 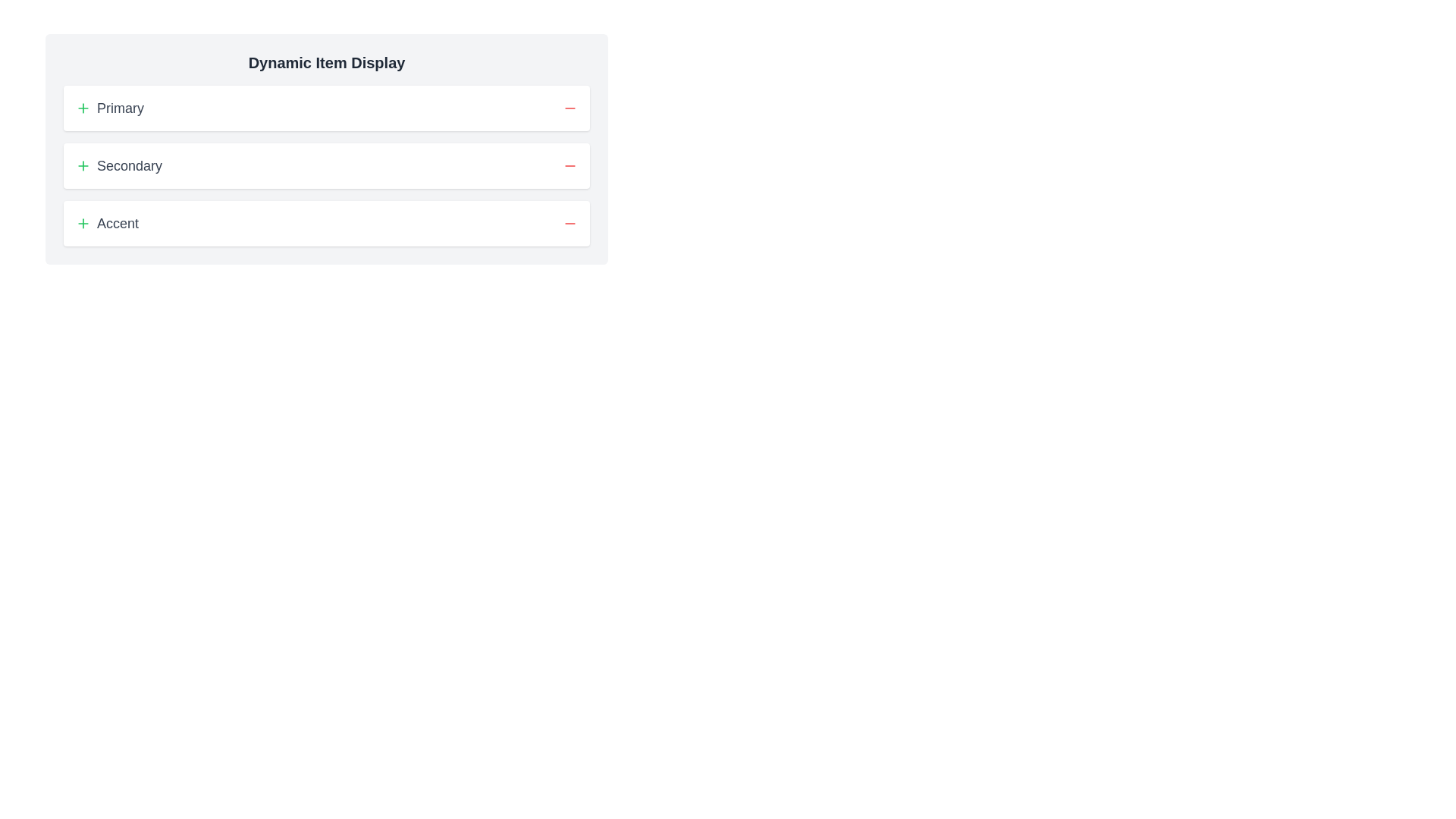 What do you see at coordinates (326, 62) in the screenshot?
I see `the header text label at the top of the interface, which indicates the context for the items below it, including 'Primary', 'Secondary', and 'Accent'` at bounding box center [326, 62].